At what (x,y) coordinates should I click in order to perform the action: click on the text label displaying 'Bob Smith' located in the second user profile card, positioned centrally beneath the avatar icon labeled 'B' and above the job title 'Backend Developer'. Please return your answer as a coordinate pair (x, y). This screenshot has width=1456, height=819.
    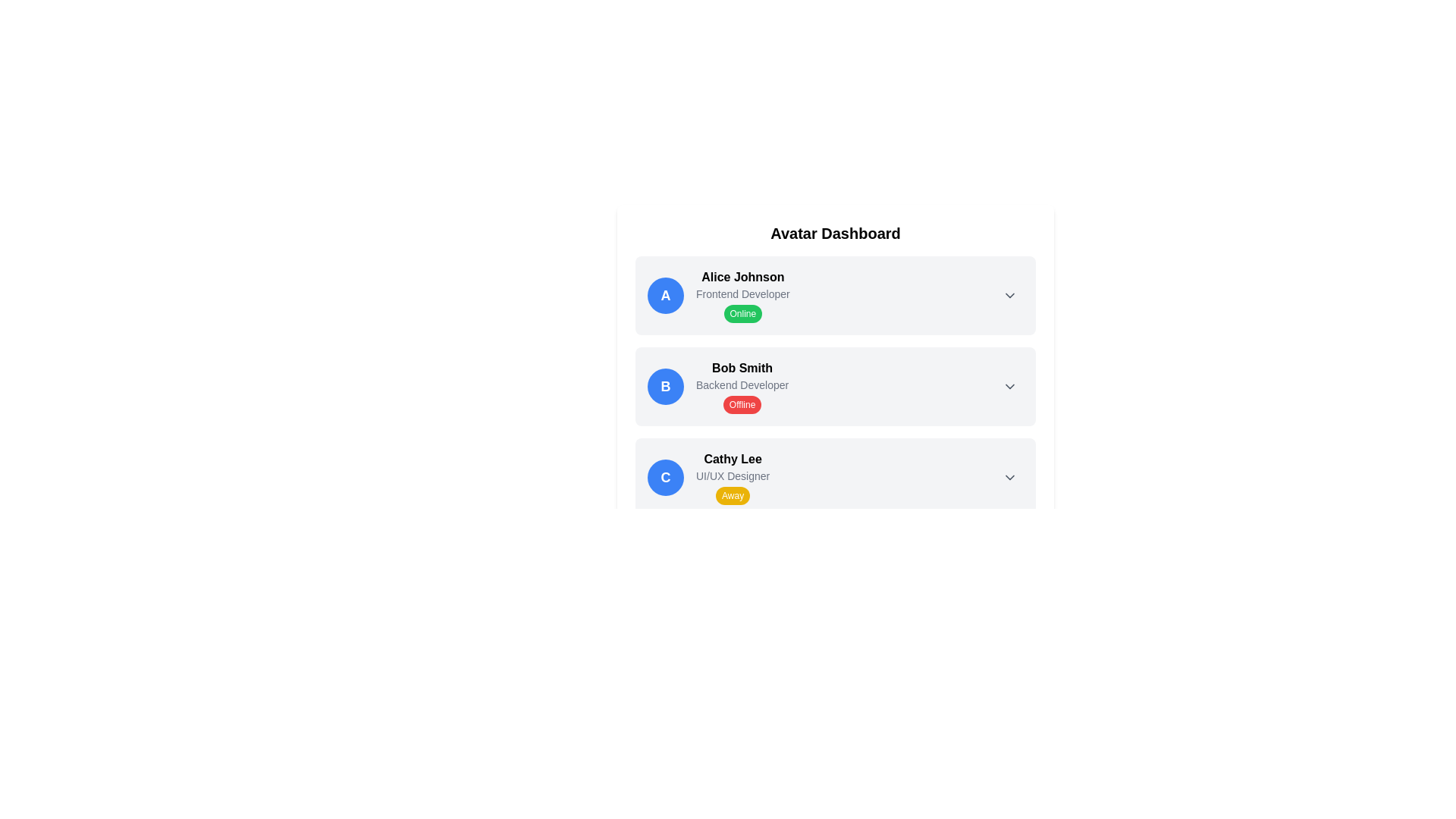
    Looking at the image, I should click on (742, 369).